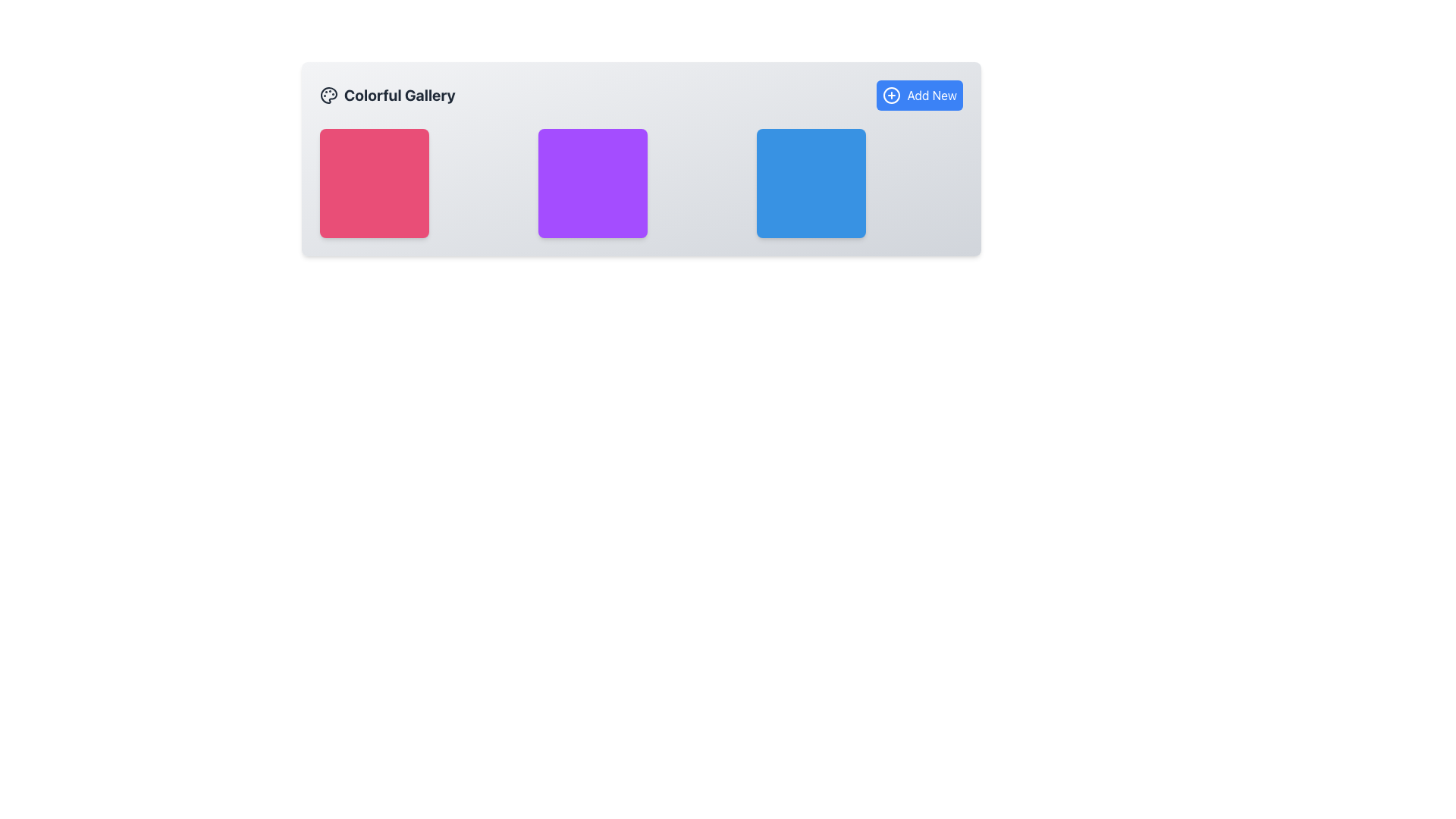  Describe the element at coordinates (811, 183) in the screenshot. I see `the blue square with rounded corners located in the third position of a horizontally aligned group of similarly styled square elements` at that location.